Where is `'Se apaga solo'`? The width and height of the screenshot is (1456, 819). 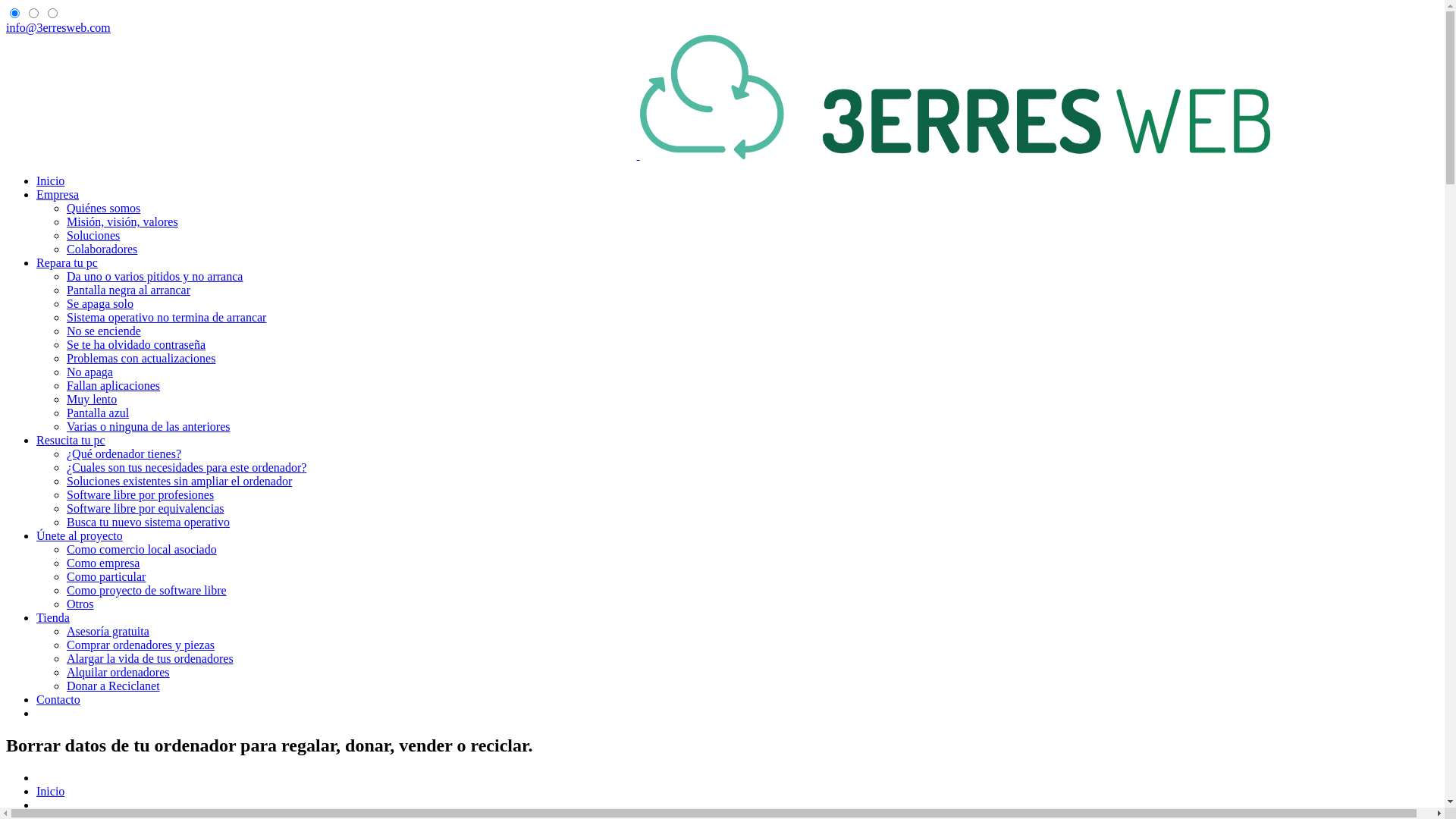
'Se apaga solo' is located at coordinates (99, 303).